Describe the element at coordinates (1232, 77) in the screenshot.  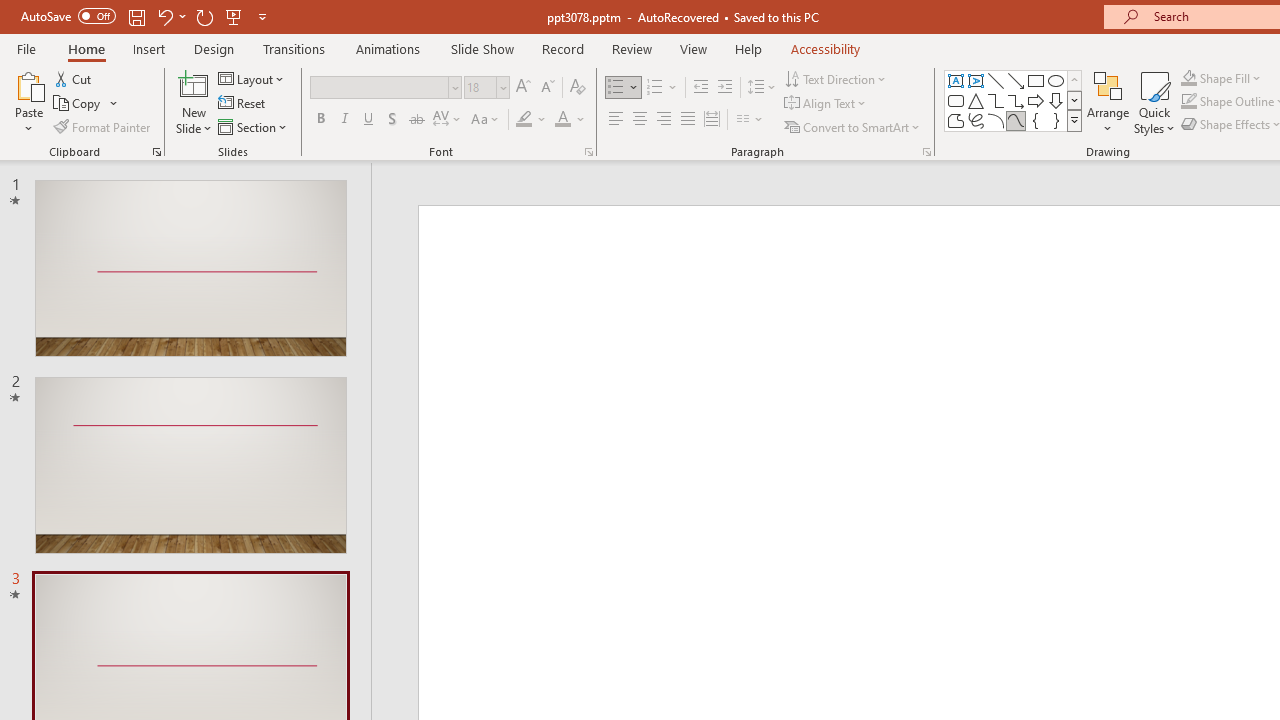
I see `'More Options'` at that location.